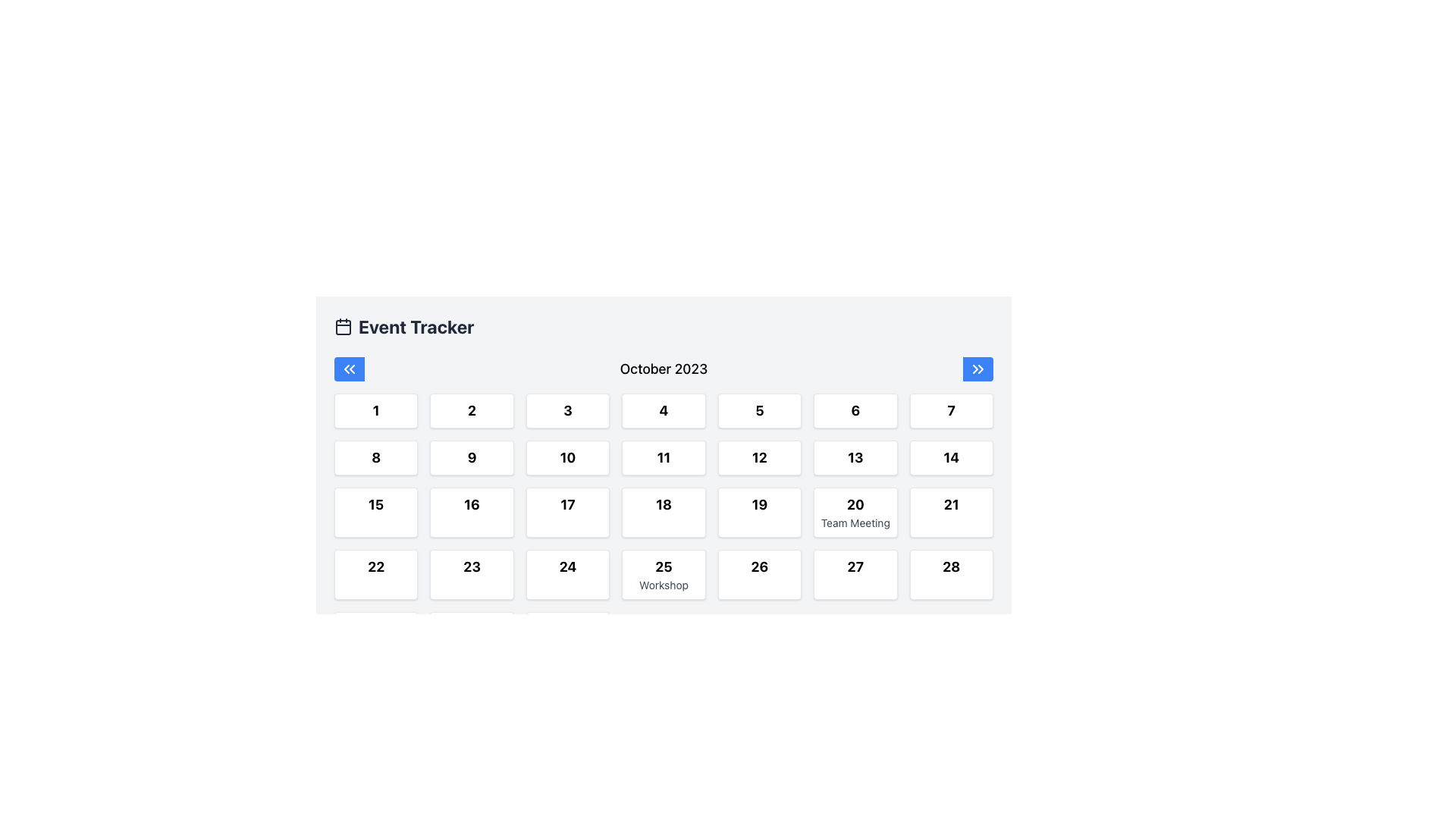 This screenshot has width=1456, height=819. What do you see at coordinates (566, 411) in the screenshot?
I see `the third day entry in the calendar interface, which is positioned between the elements labeled '2' and '4' in the first row of the grid` at bounding box center [566, 411].